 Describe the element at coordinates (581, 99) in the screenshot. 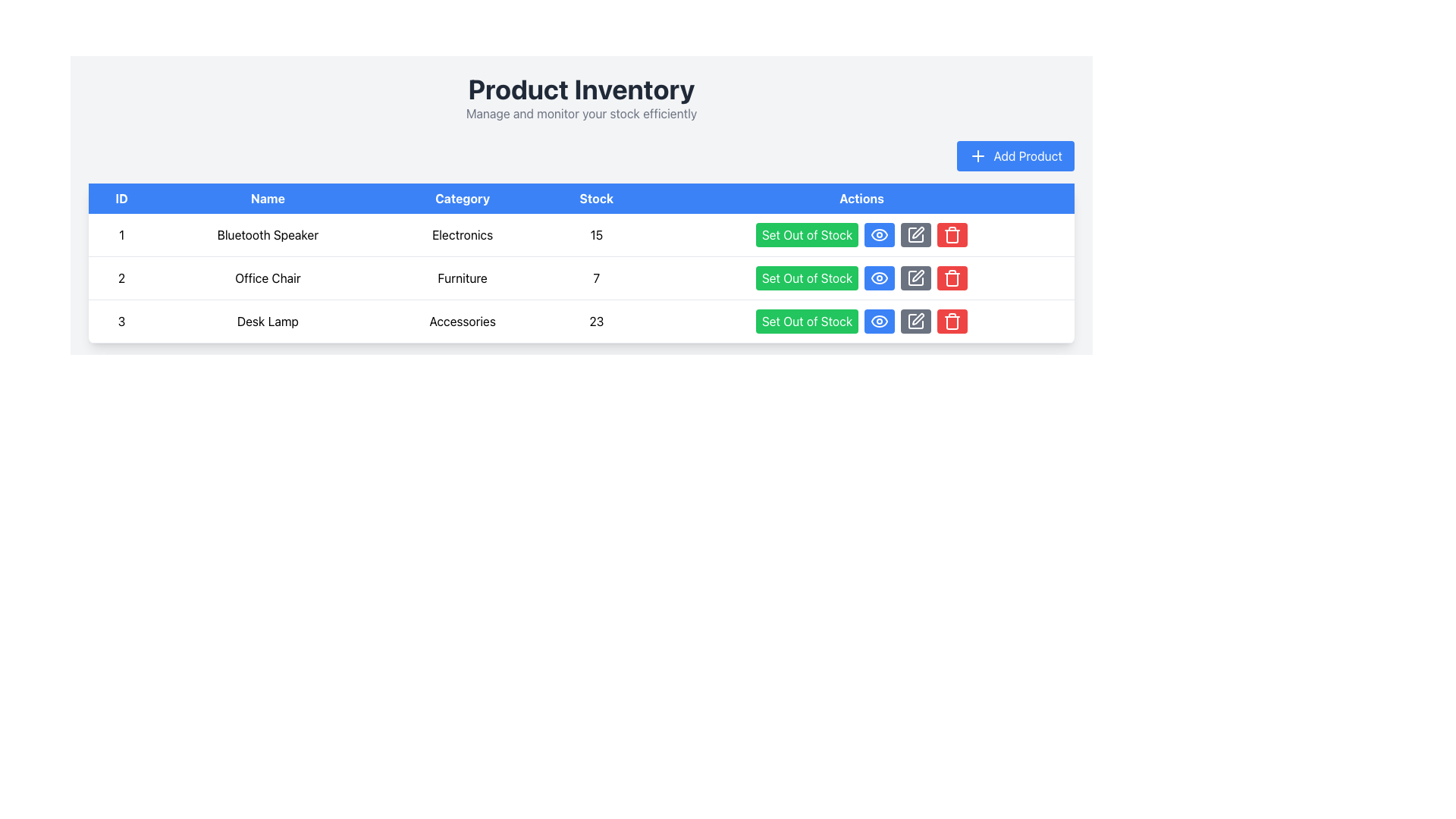

I see `the Header with the title 'Product Inventory' and subtext 'Manage and monitor your stock efficiently' located at the top-center of the interface` at that location.